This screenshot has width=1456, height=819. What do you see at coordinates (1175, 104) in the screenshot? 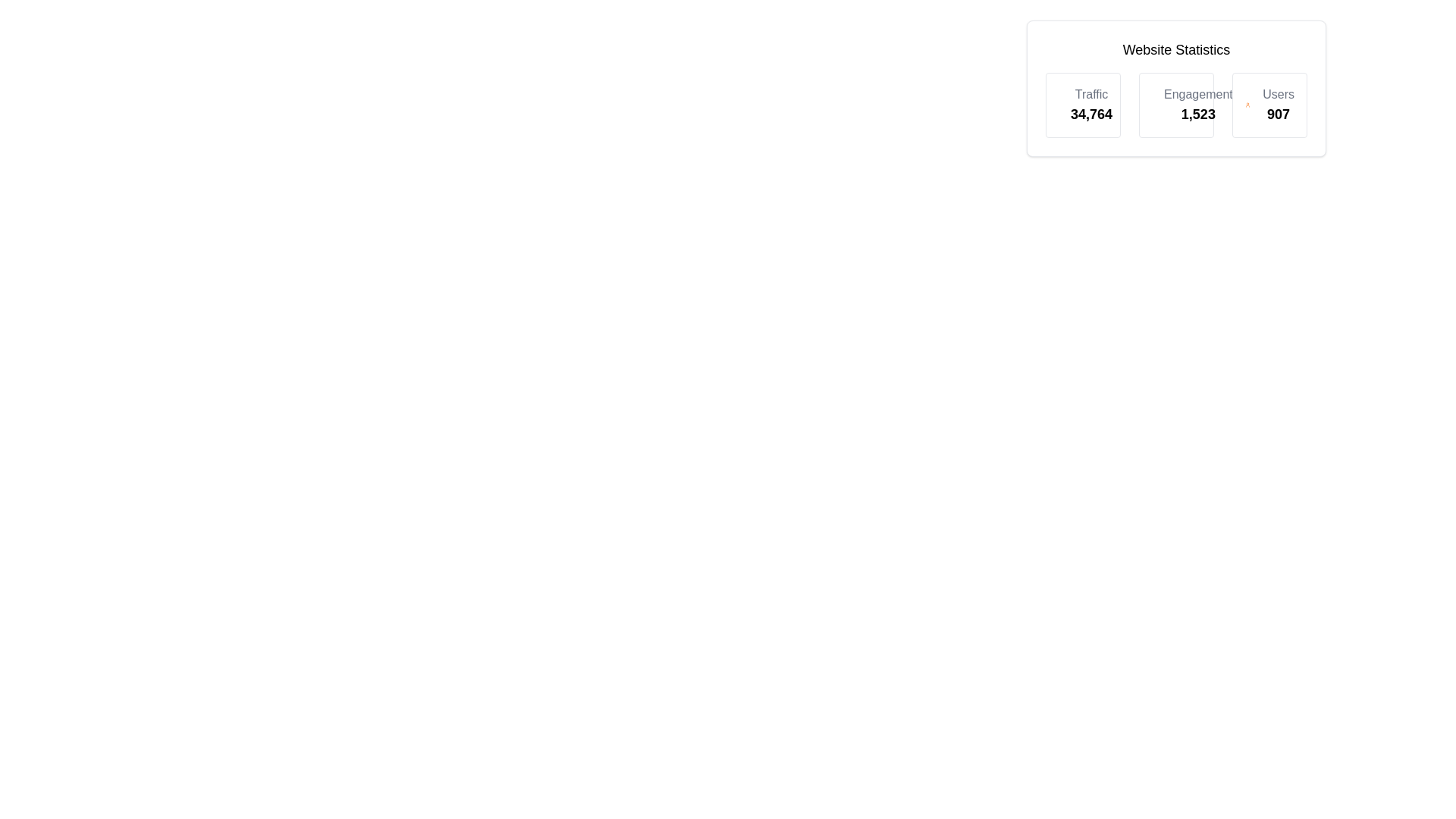
I see `the 'Engagement' Information card displaying the value '1,523' located in the middle of the three-column layout under 'Website Statistics'` at bounding box center [1175, 104].